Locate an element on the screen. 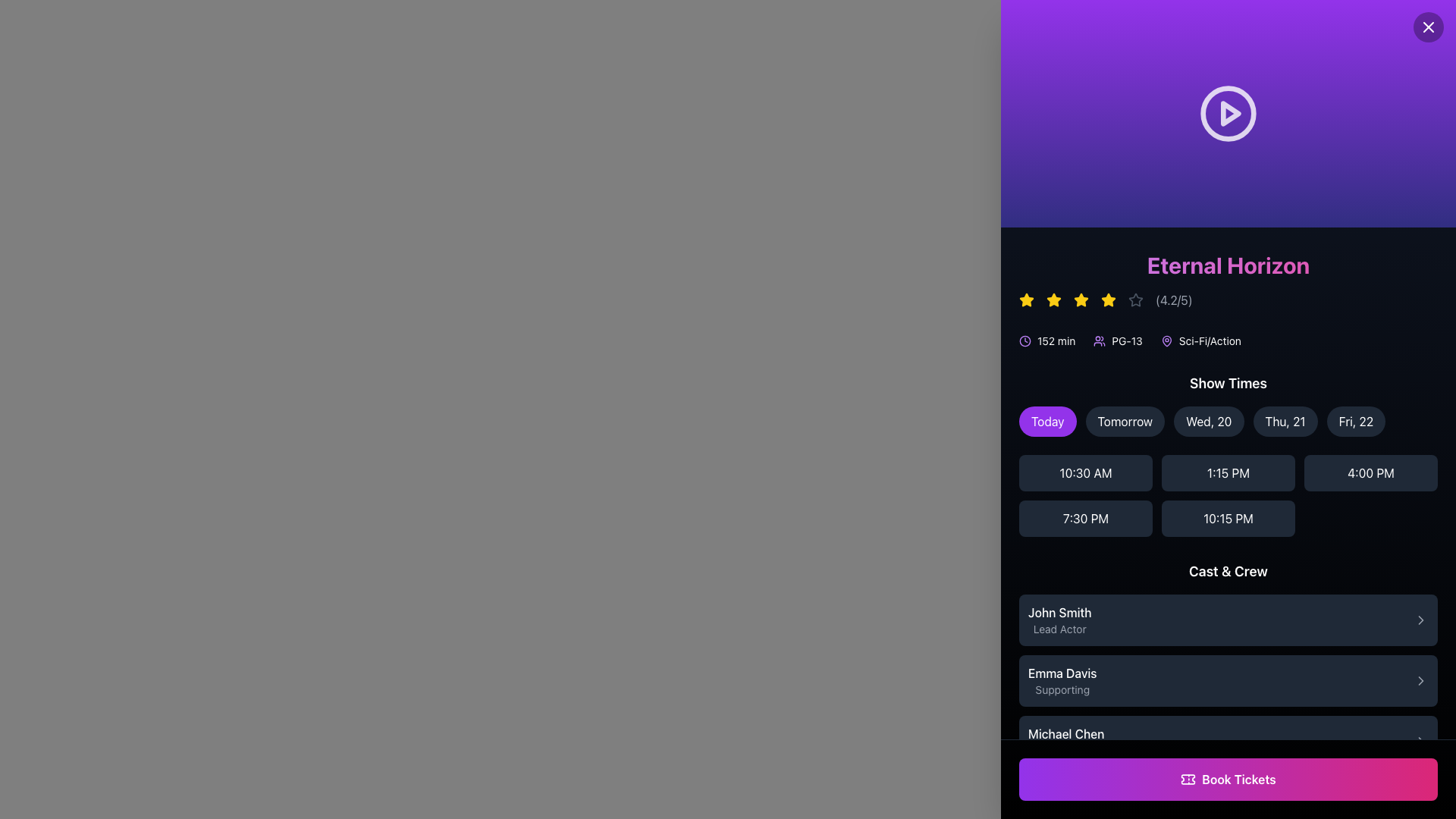  the label indicating the runtime of the movie, which is positioned beneath the rating stars and the title 'Eternal Horizon', as the first element in the row displaying movie information is located at coordinates (1046, 341).